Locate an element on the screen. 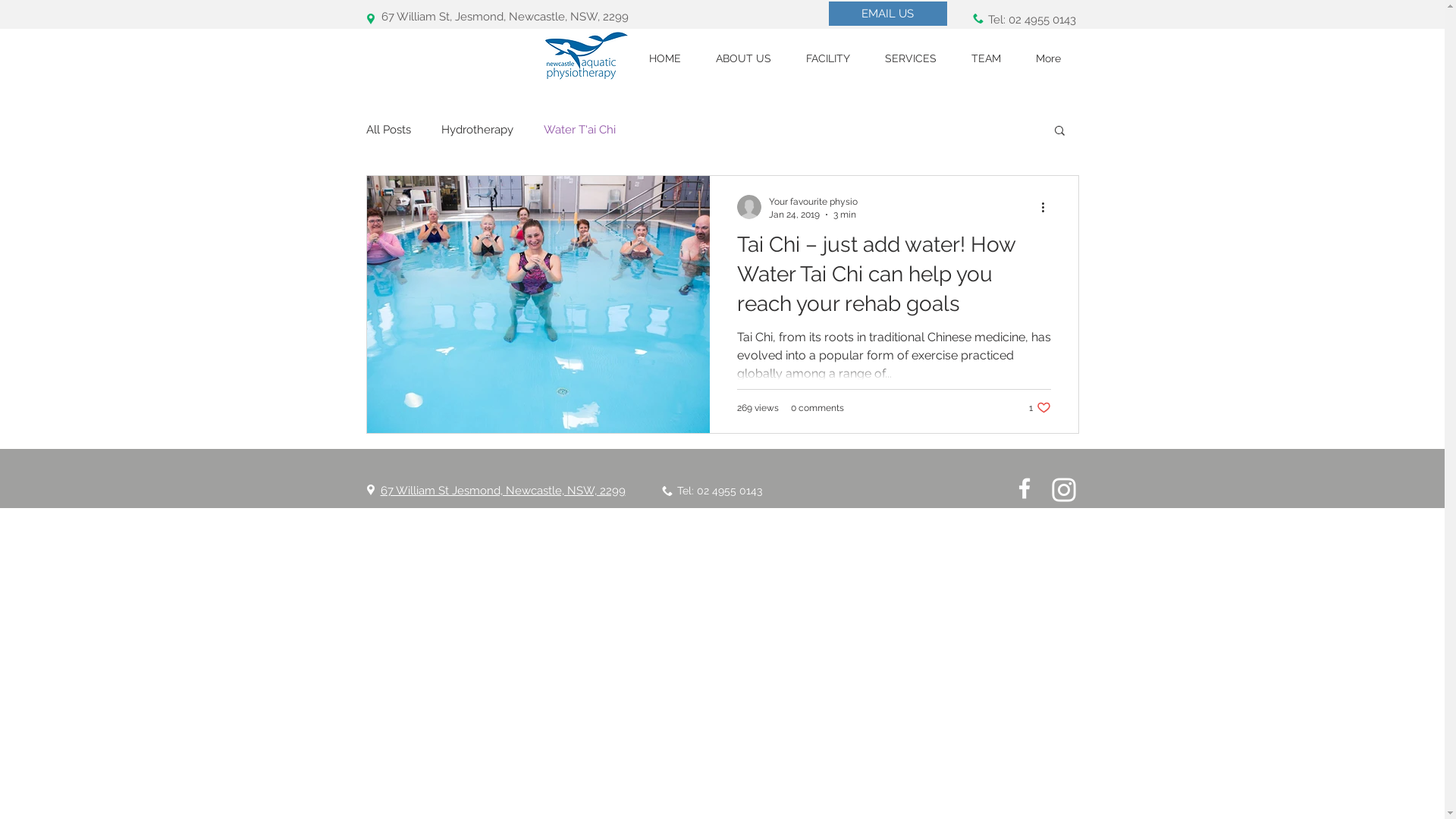  'HOME' is located at coordinates (664, 58).